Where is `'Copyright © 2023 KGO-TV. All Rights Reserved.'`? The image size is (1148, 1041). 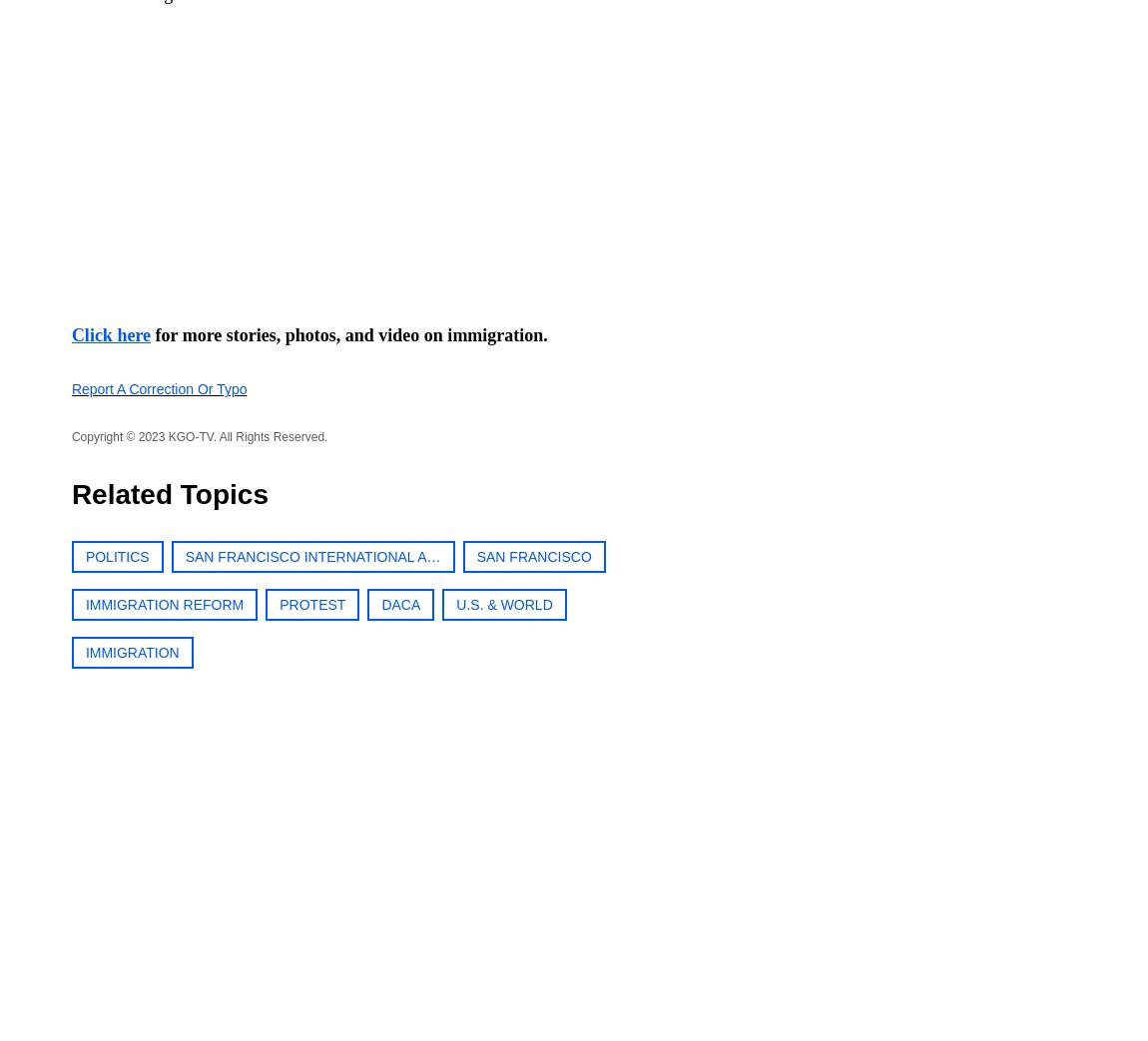
'Copyright © 2023 KGO-TV. All Rights Reserved.' is located at coordinates (198, 436).